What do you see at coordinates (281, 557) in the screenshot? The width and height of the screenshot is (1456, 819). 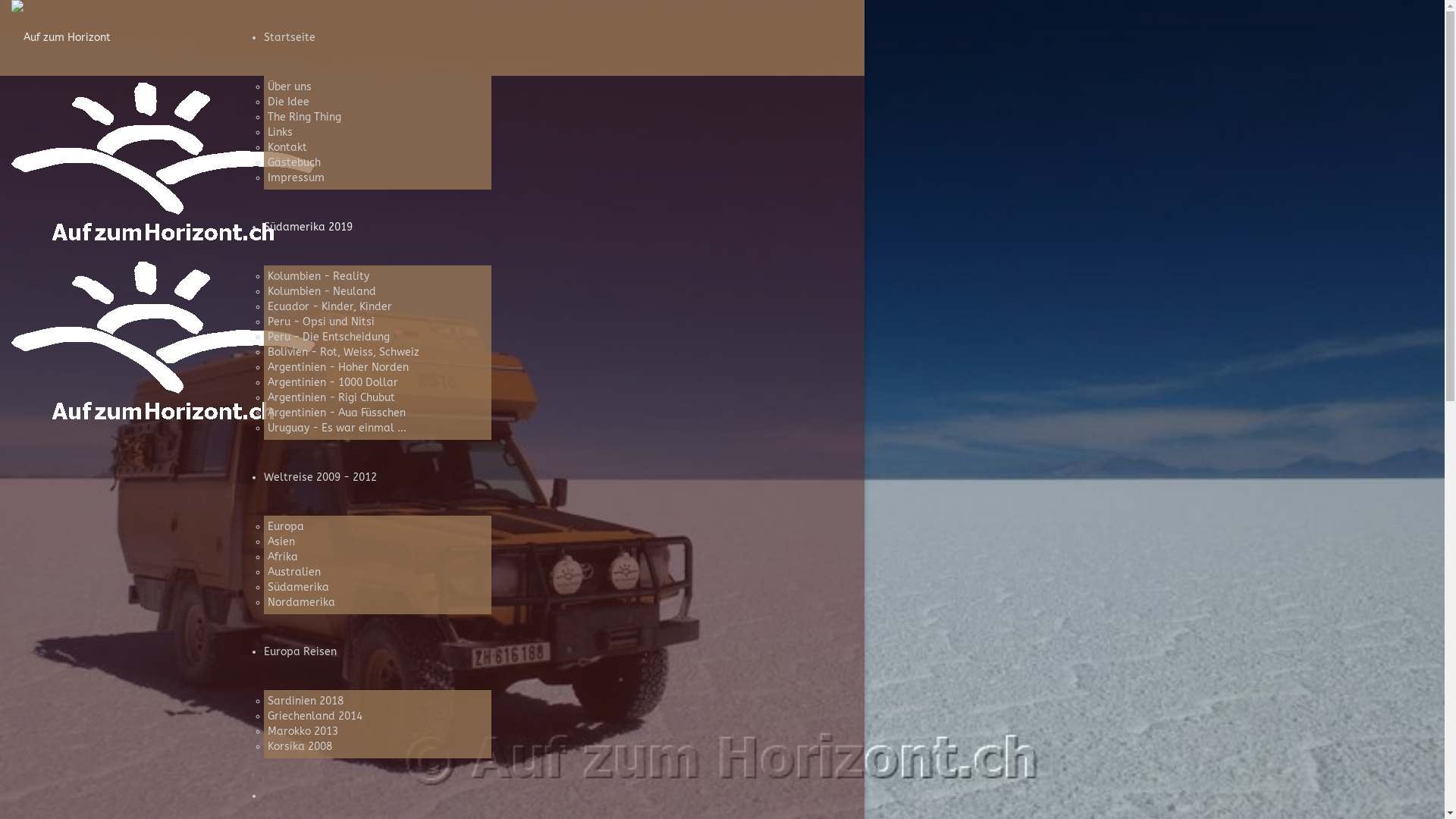 I see `'Afrika'` at bounding box center [281, 557].